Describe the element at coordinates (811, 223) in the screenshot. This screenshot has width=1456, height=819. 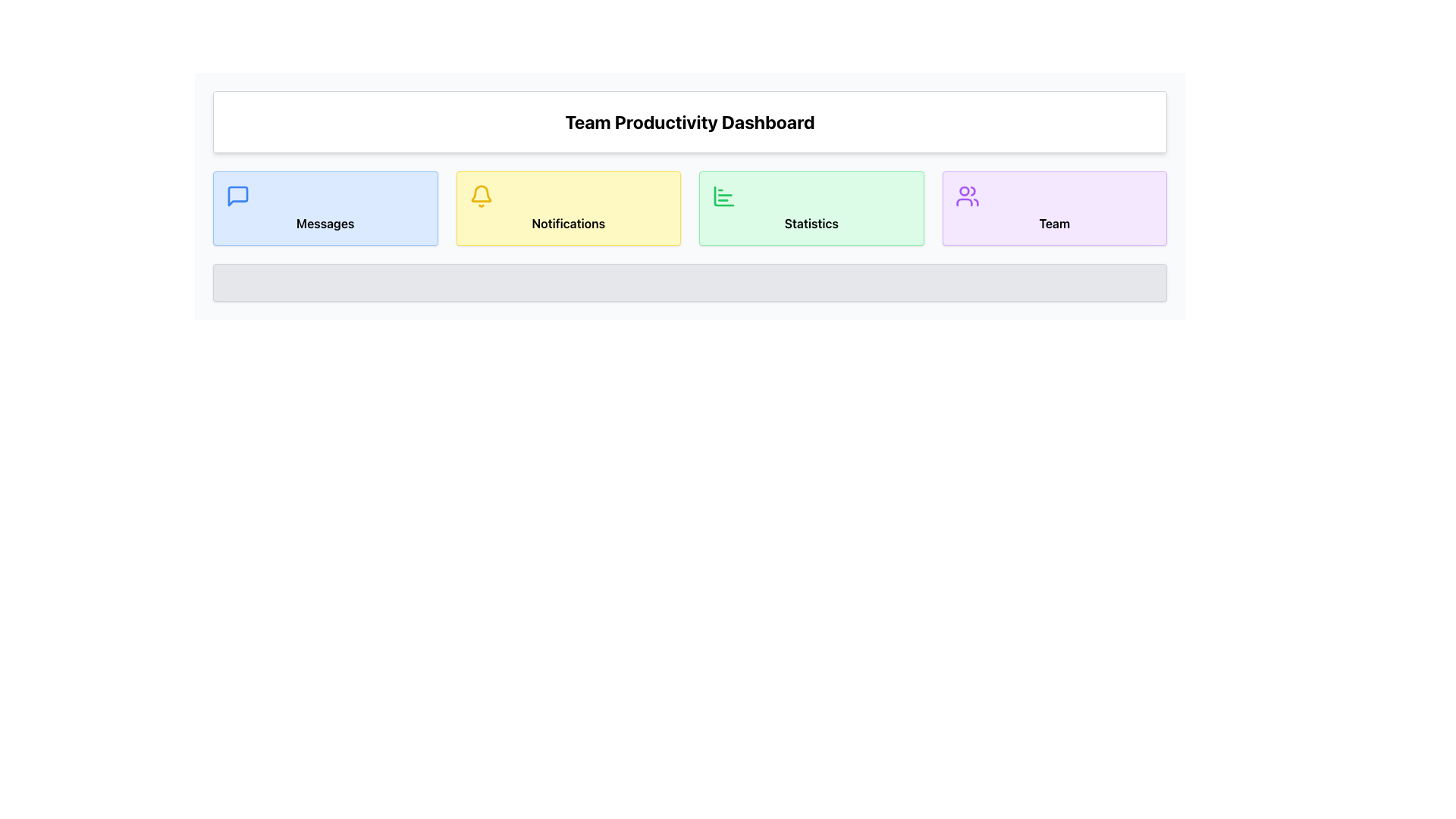
I see `the static text label displaying 'Statistics' in bold font, which is located within a light green rectangular background on the central-right side of the interface` at that location.